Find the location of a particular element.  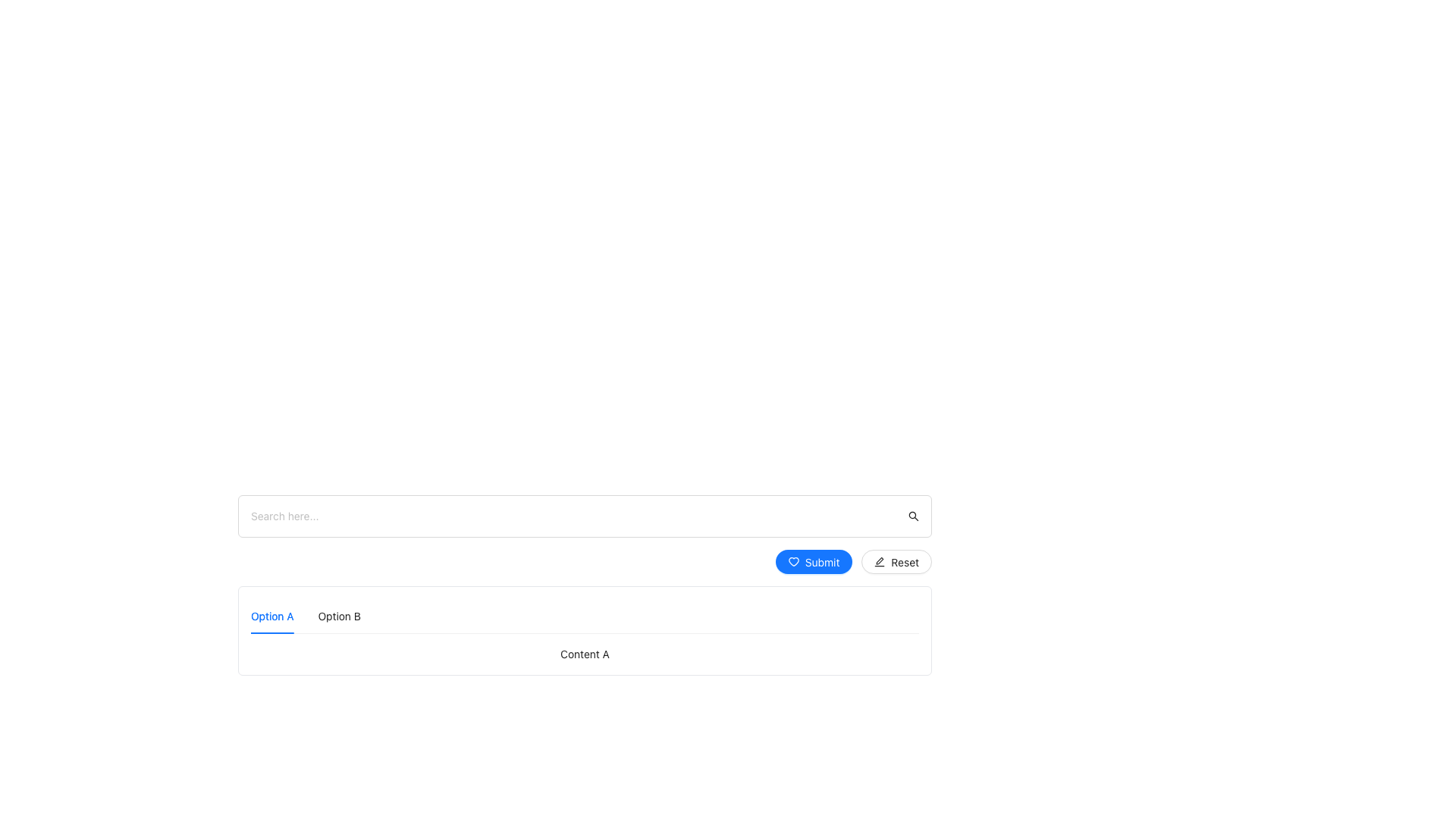

the 'Option A' tab is located at coordinates (272, 617).